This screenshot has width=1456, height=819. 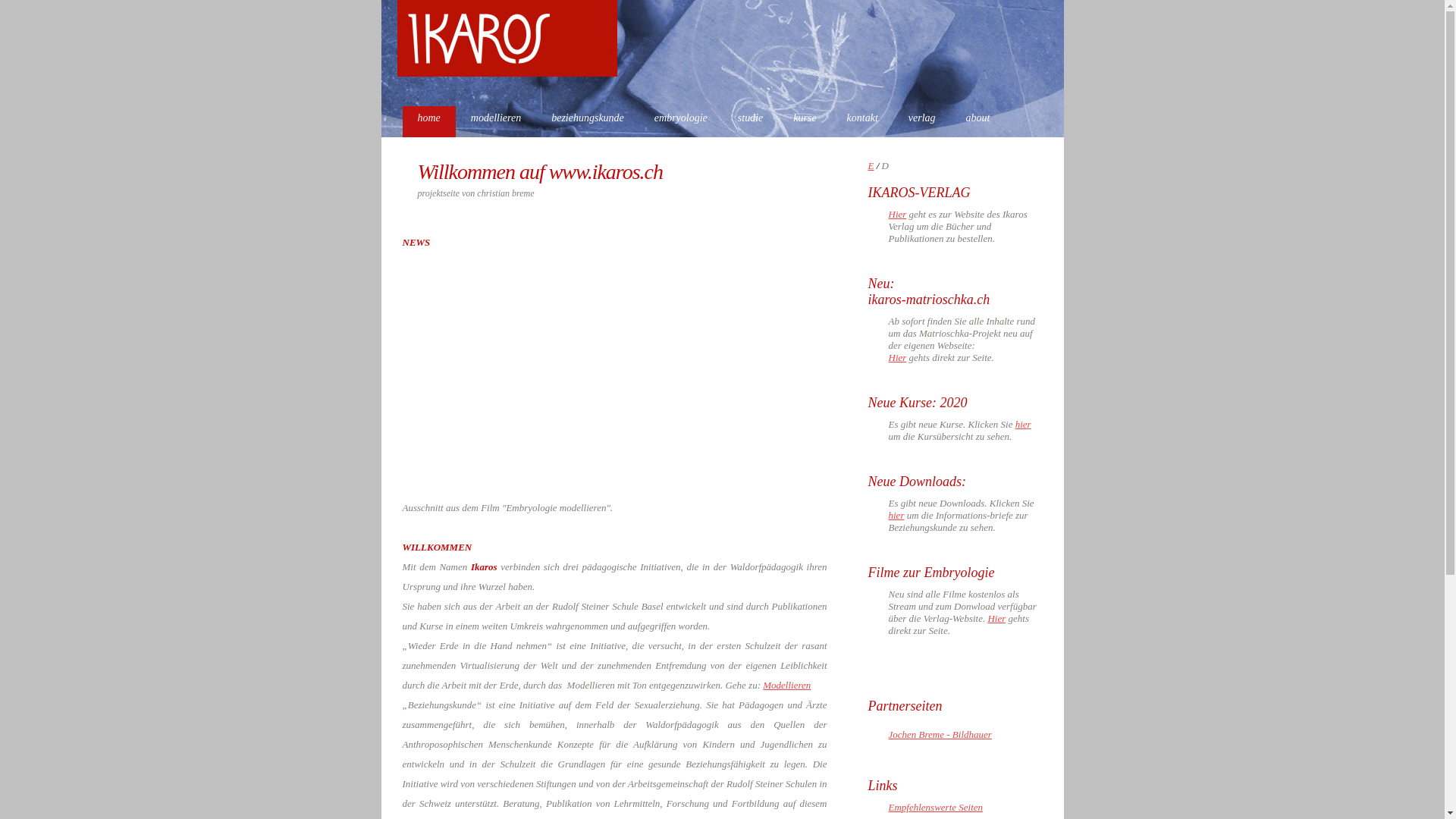 I want to click on 'kontakt', so click(x=862, y=121).